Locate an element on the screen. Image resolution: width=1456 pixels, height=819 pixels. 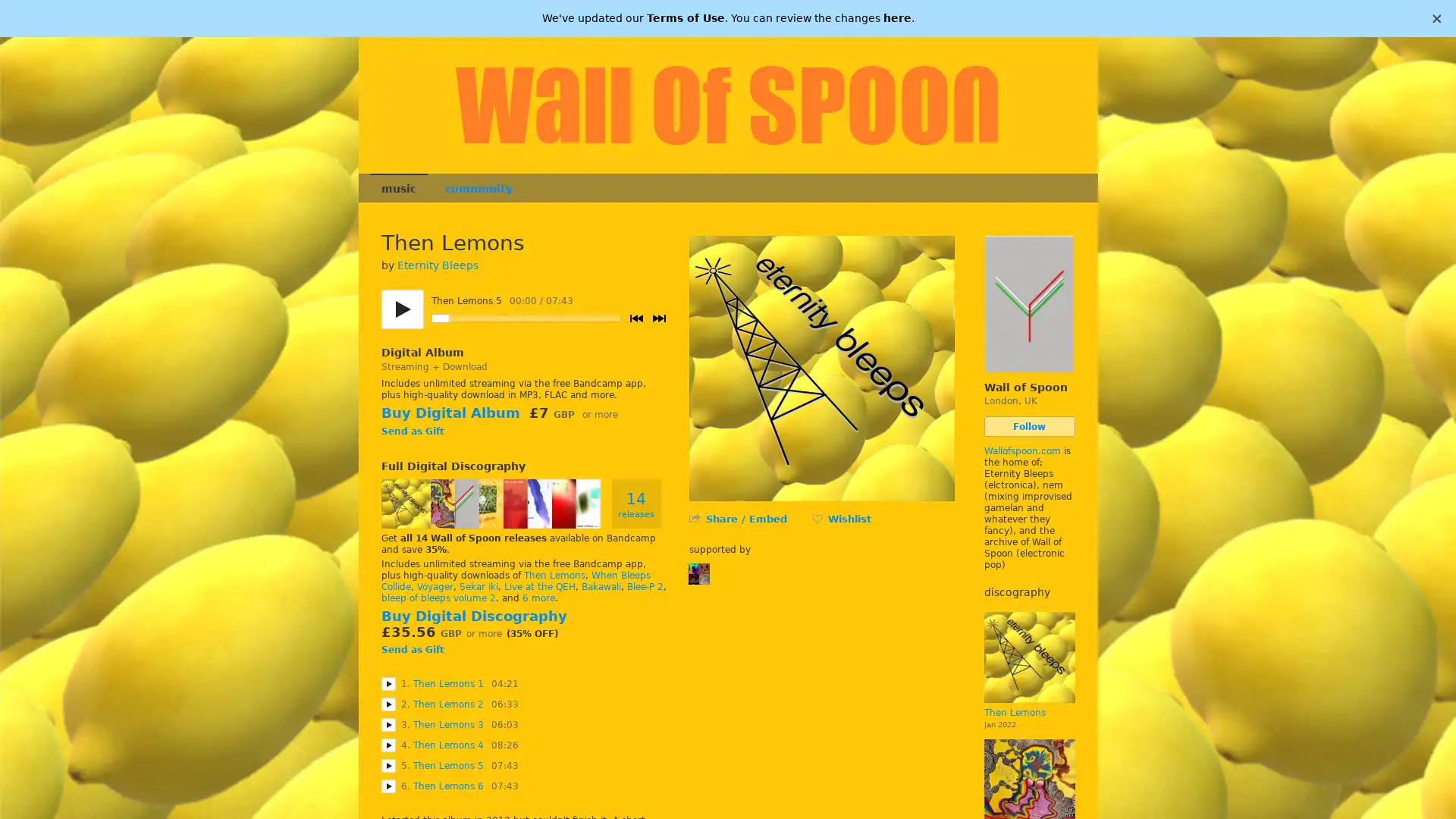
Send as Gift is located at coordinates (412, 648).